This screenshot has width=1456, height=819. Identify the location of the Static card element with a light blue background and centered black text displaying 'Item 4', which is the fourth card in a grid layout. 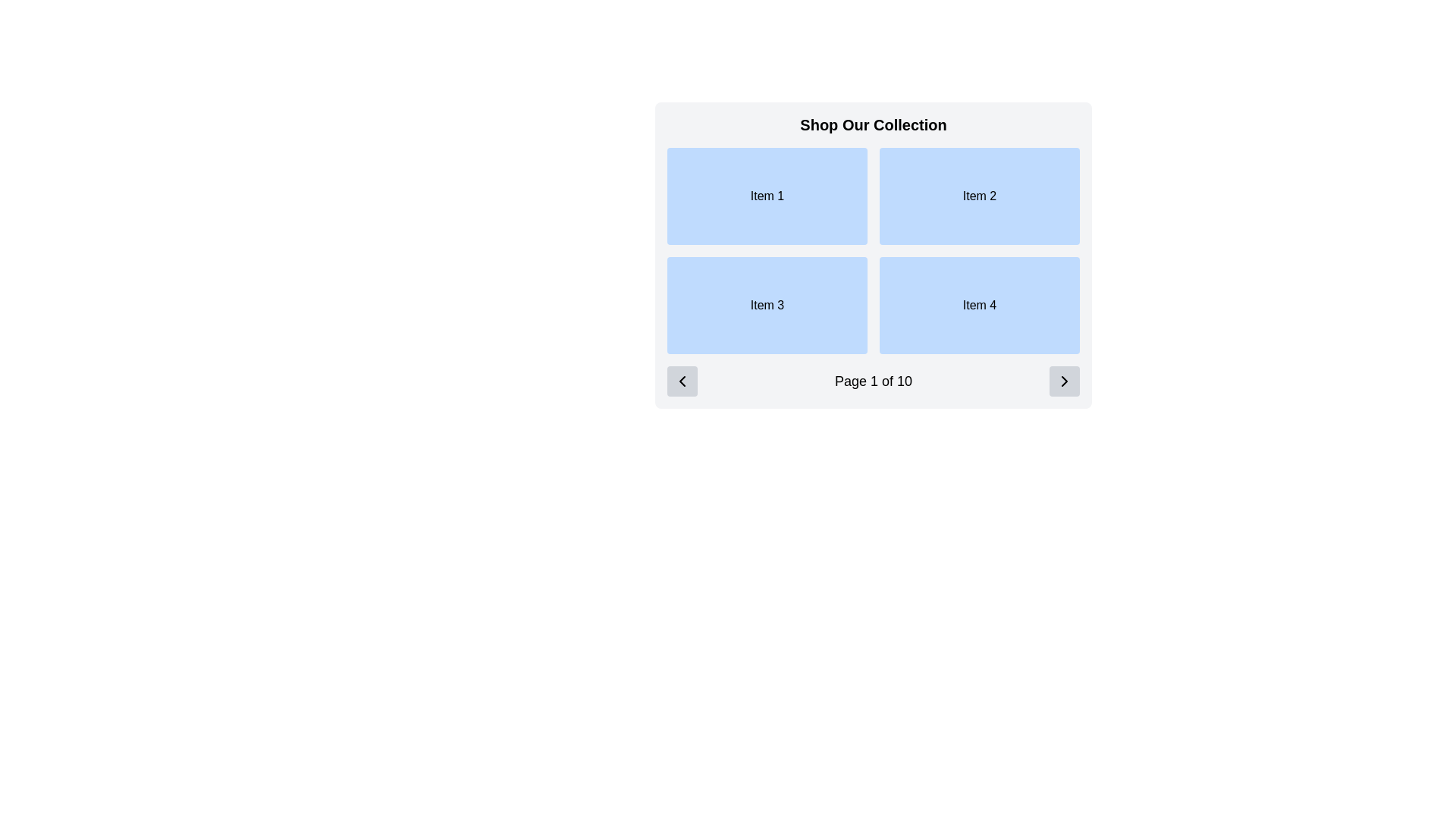
(979, 305).